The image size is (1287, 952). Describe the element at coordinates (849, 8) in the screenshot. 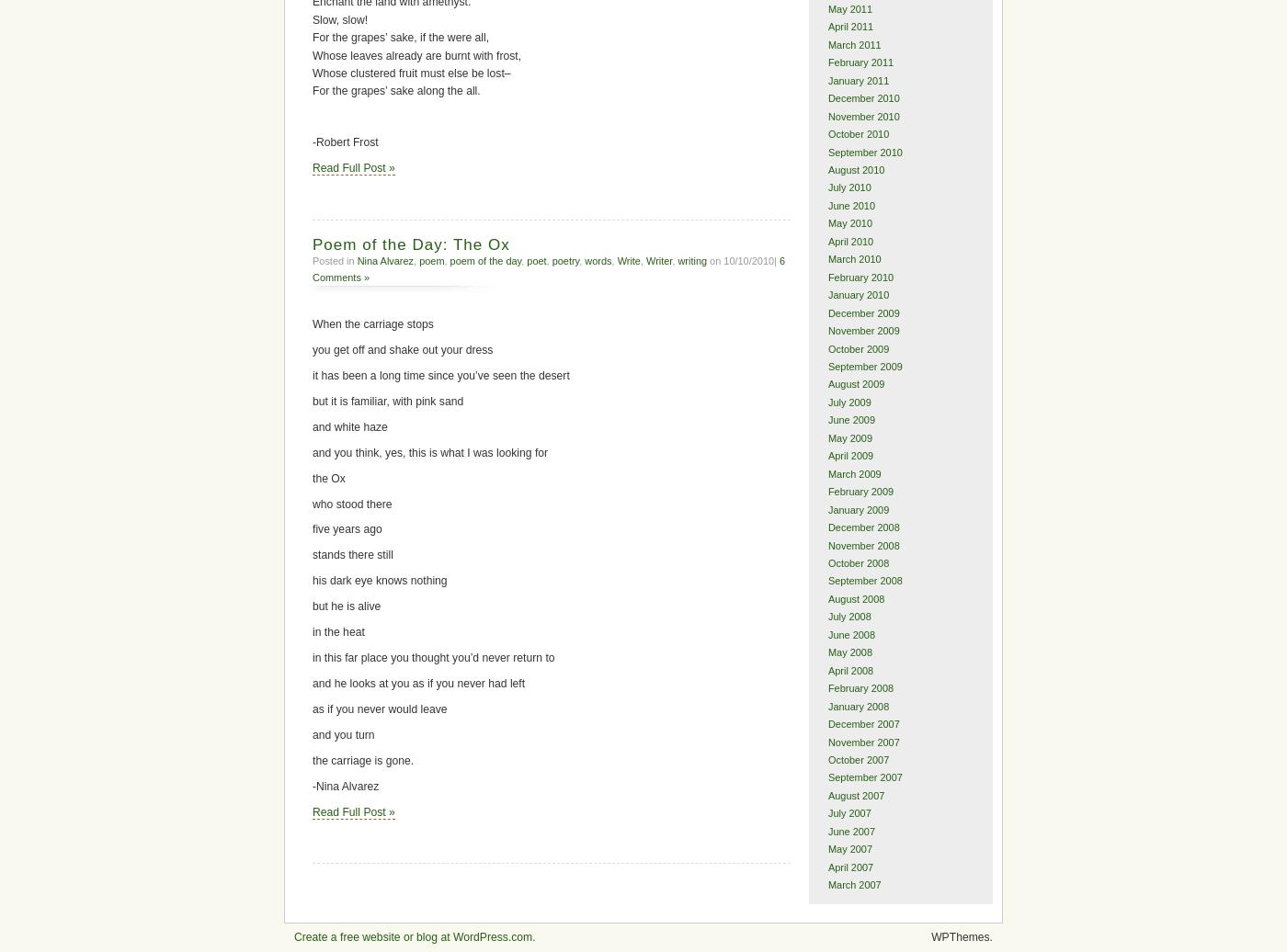

I see `'May 2011'` at that location.